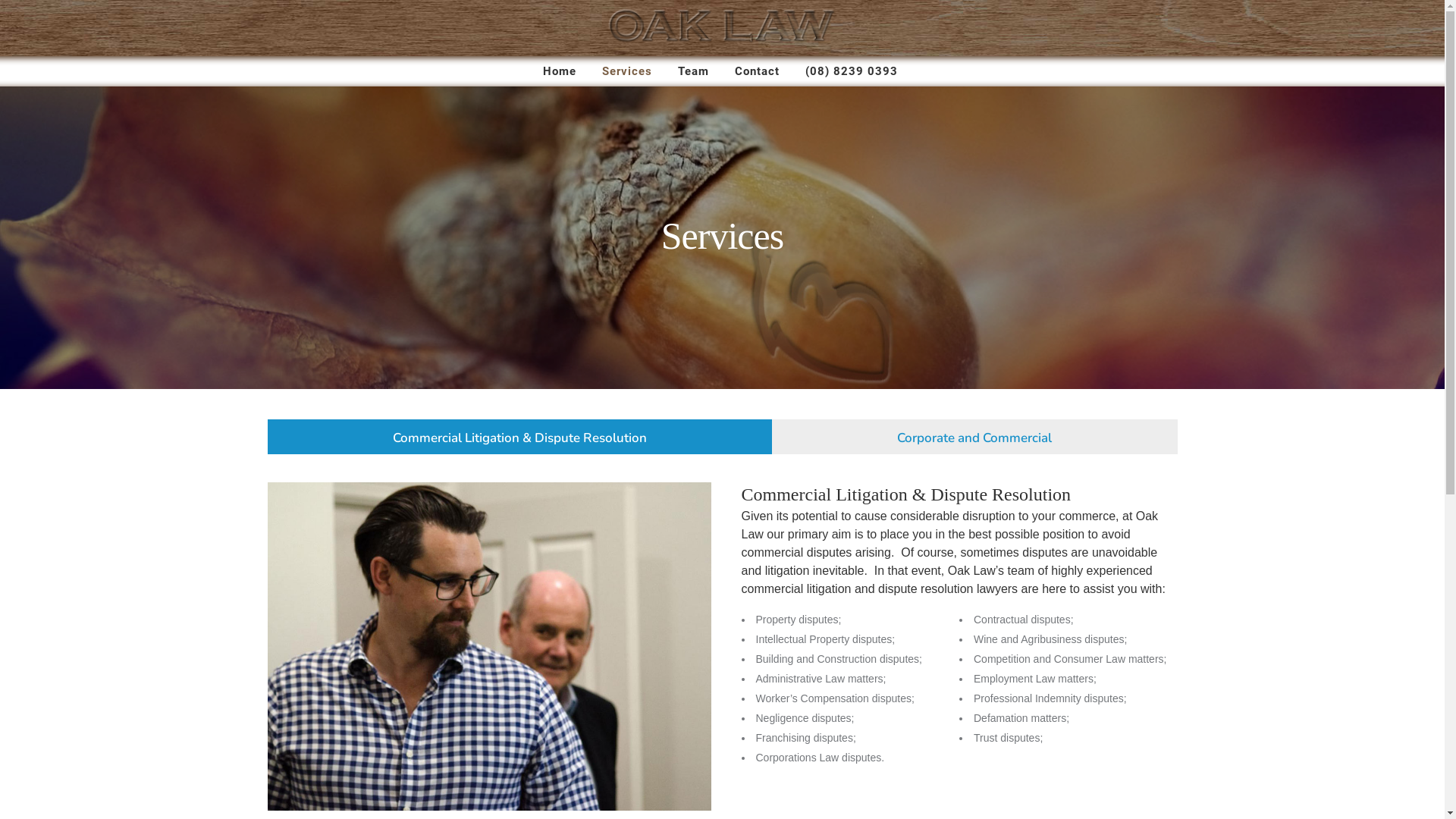  What do you see at coordinates (626, 71) in the screenshot?
I see `'Services'` at bounding box center [626, 71].